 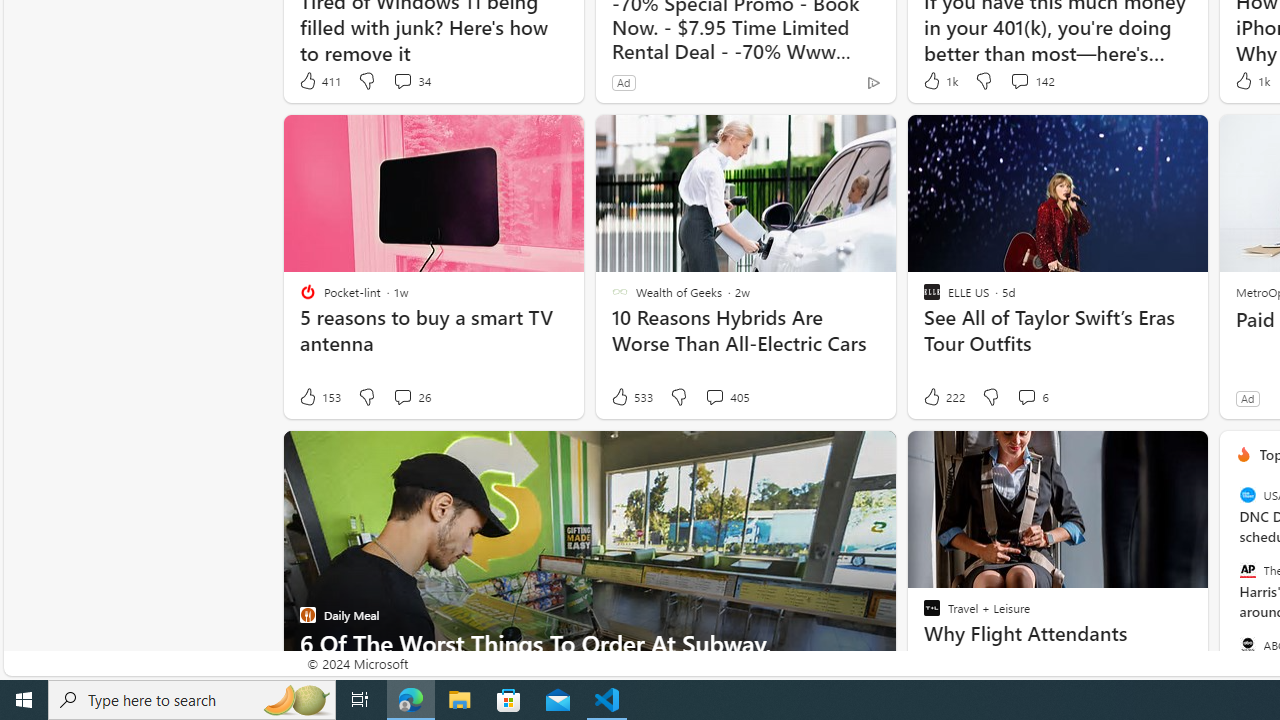 What do you see at coordinates (401, 80) in the screenshot?
I see `'View comments 34 Comment'` at bounding box center [401, 80].